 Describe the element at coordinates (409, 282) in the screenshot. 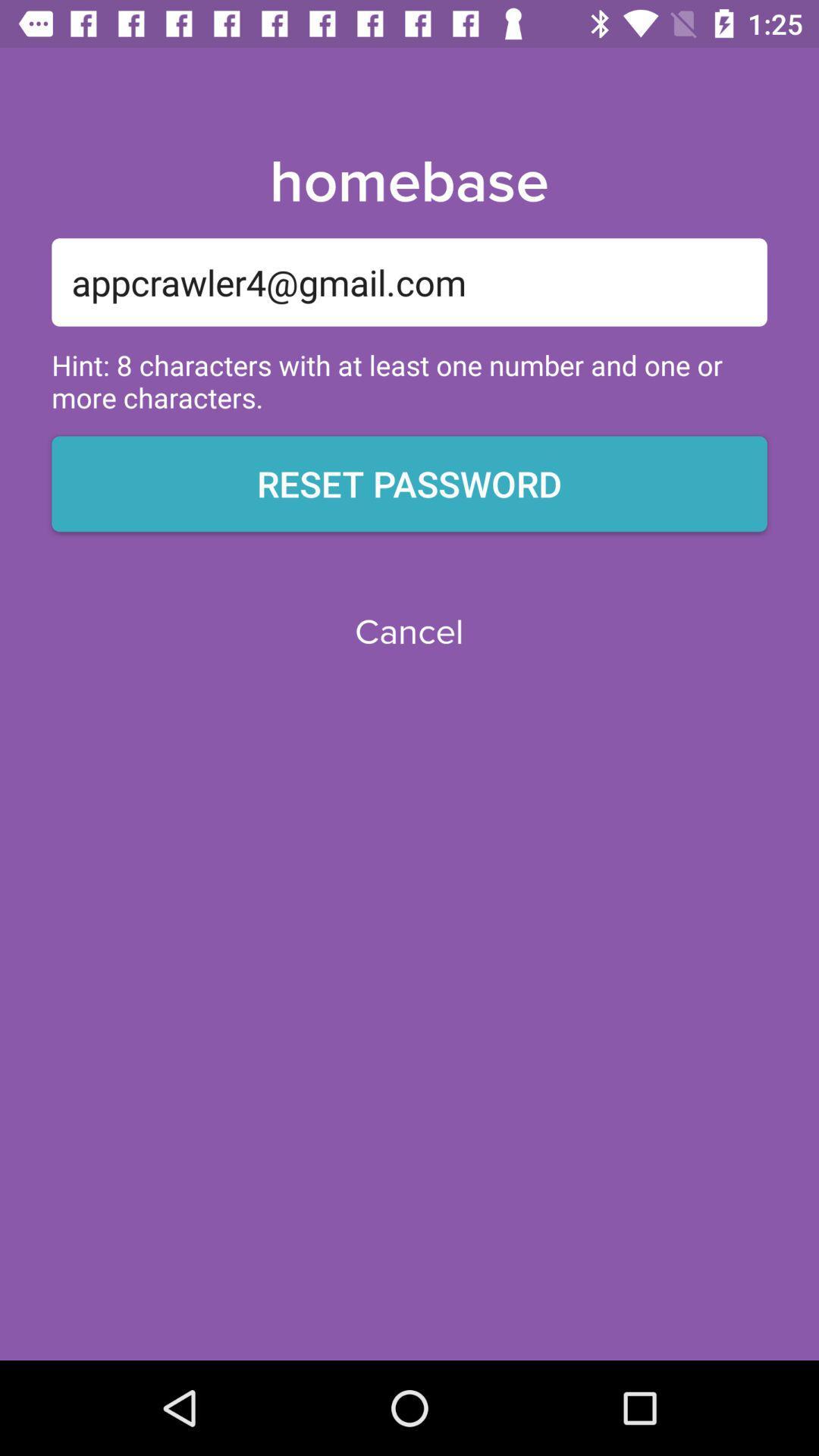

I see `appcrawler4@gmail.com icon` at that location.